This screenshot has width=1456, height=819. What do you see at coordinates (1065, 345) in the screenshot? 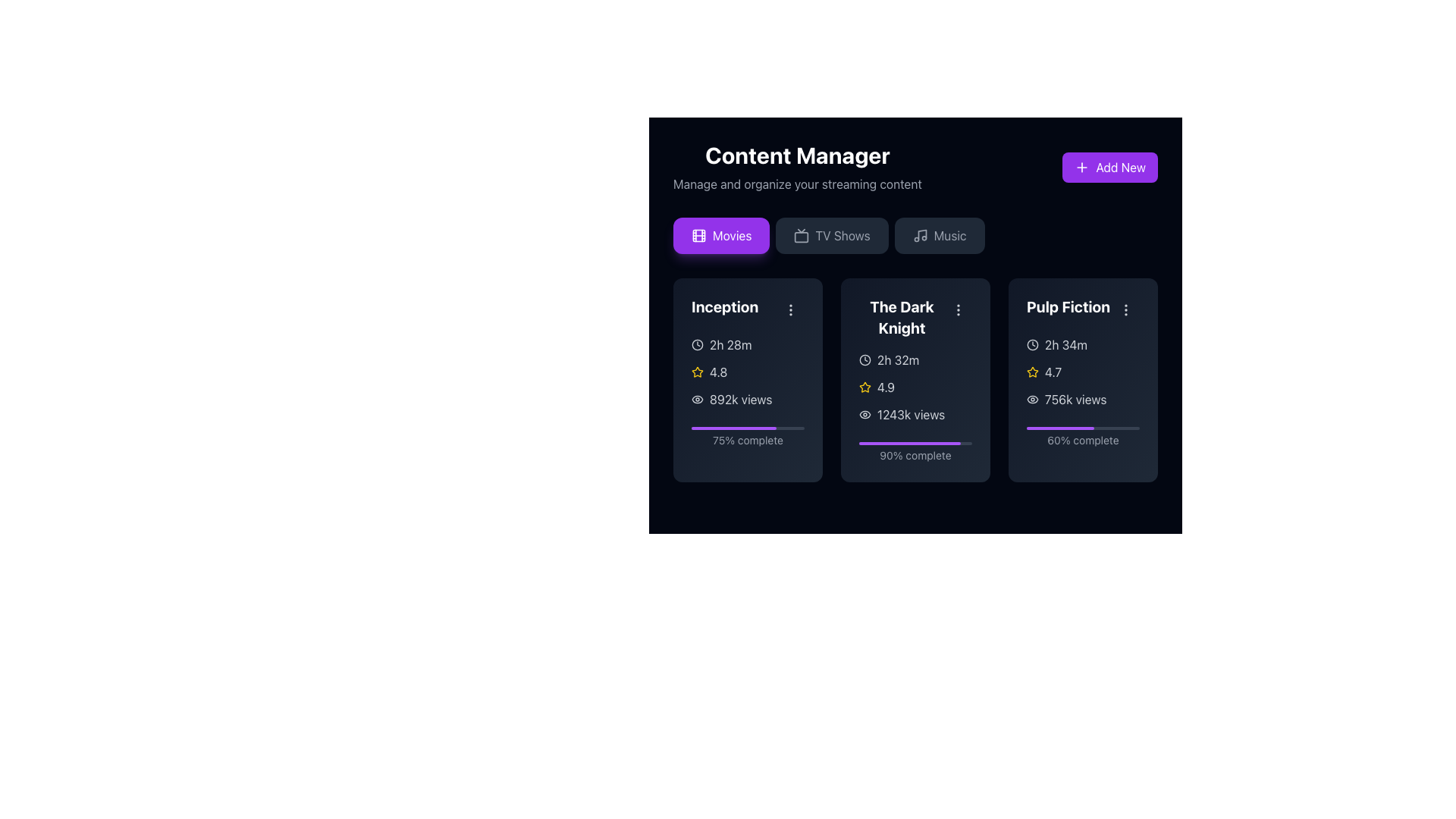
I see `the duration label displaying '2h 34m' in light gray color, located within the informational card for the movie 'Pulp Fiction', adjacent to a clock icon` at bounding box center [1065, 345].